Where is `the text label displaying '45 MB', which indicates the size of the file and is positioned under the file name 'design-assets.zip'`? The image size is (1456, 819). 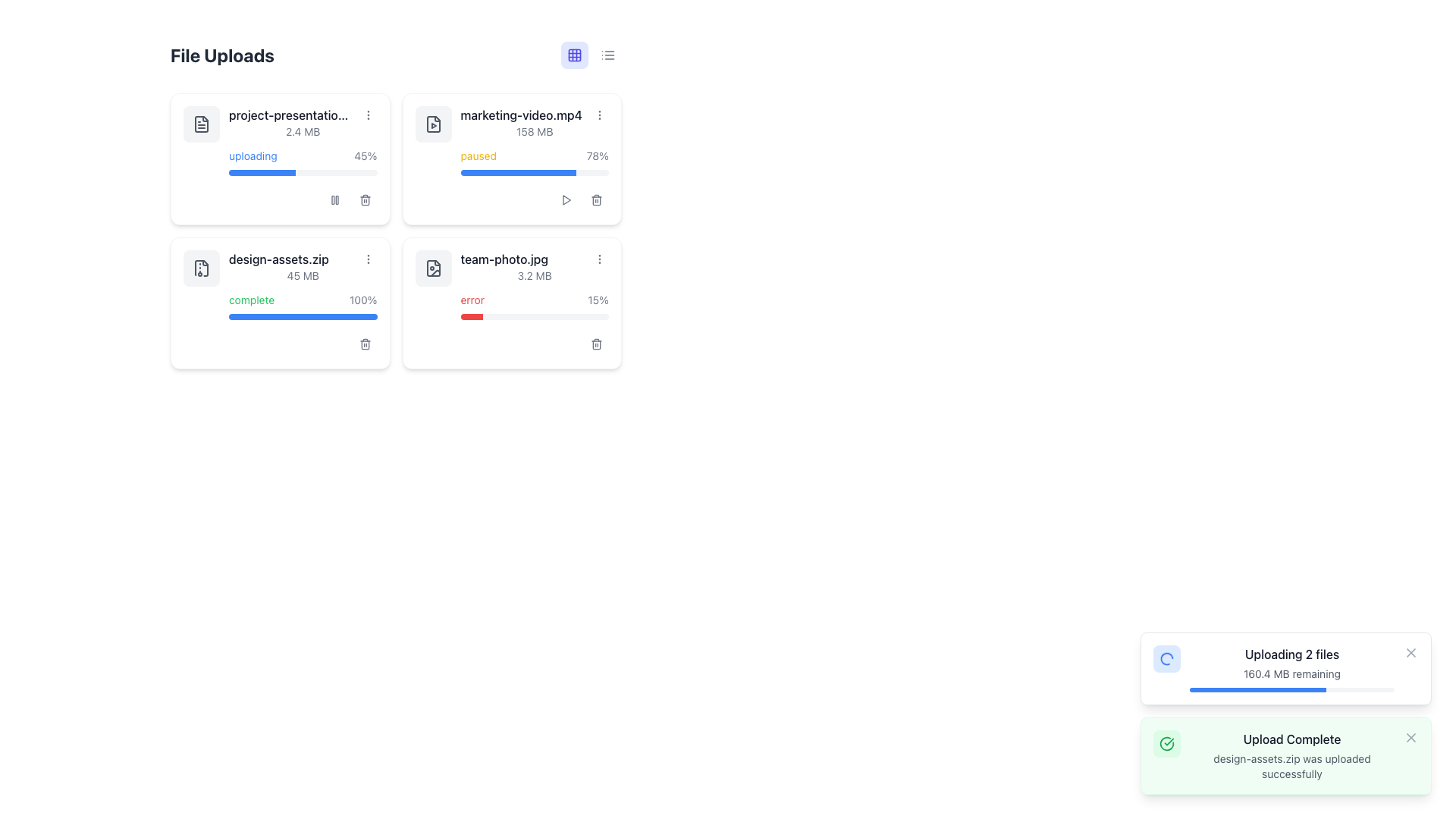
the text label displaying '45 MB', which indicates the size of the file and is positioned under the file name 'design-assets.zip' is located at coordinates (303, 275).